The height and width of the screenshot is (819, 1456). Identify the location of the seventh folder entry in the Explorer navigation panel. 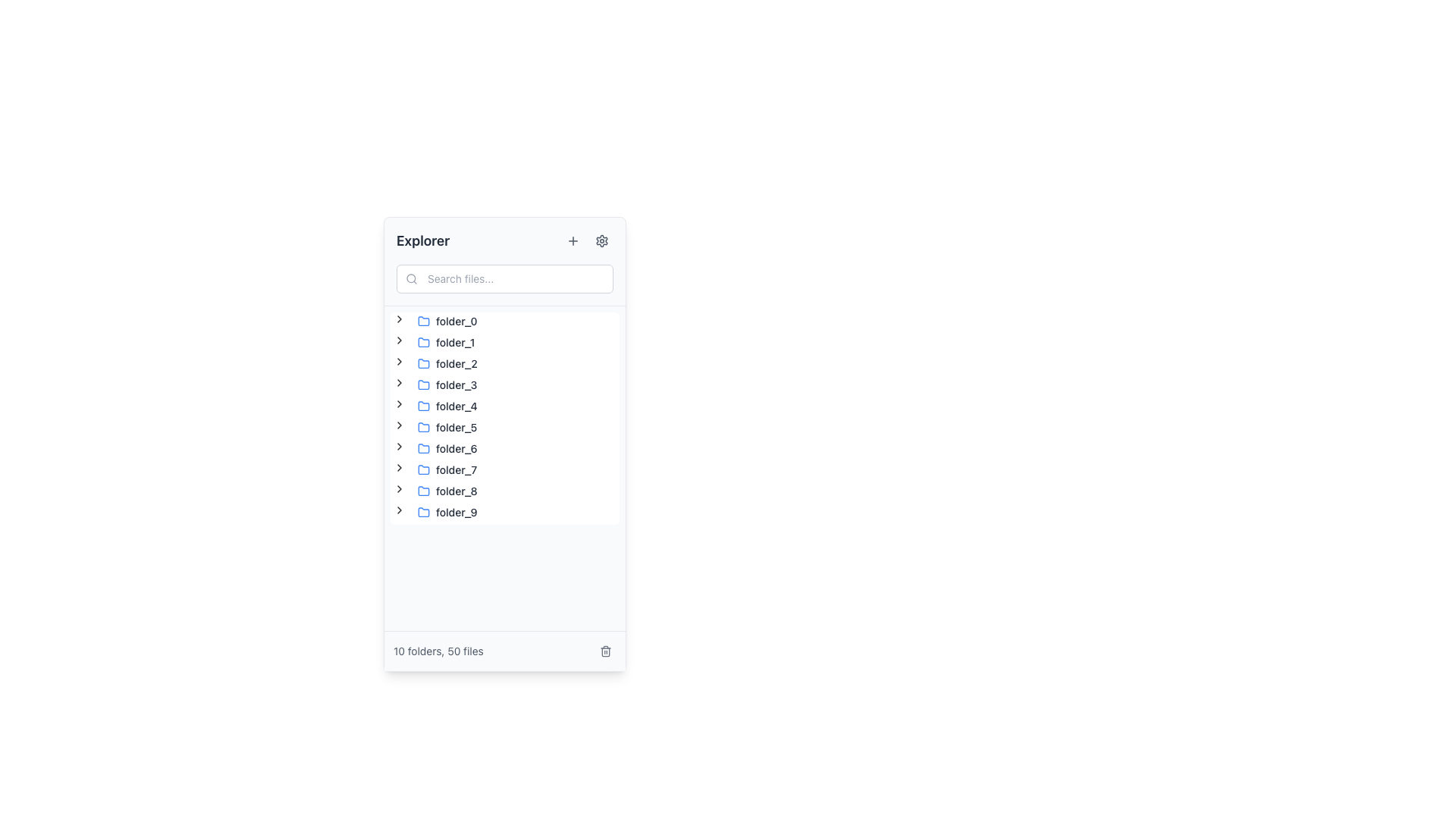
(447, 469).